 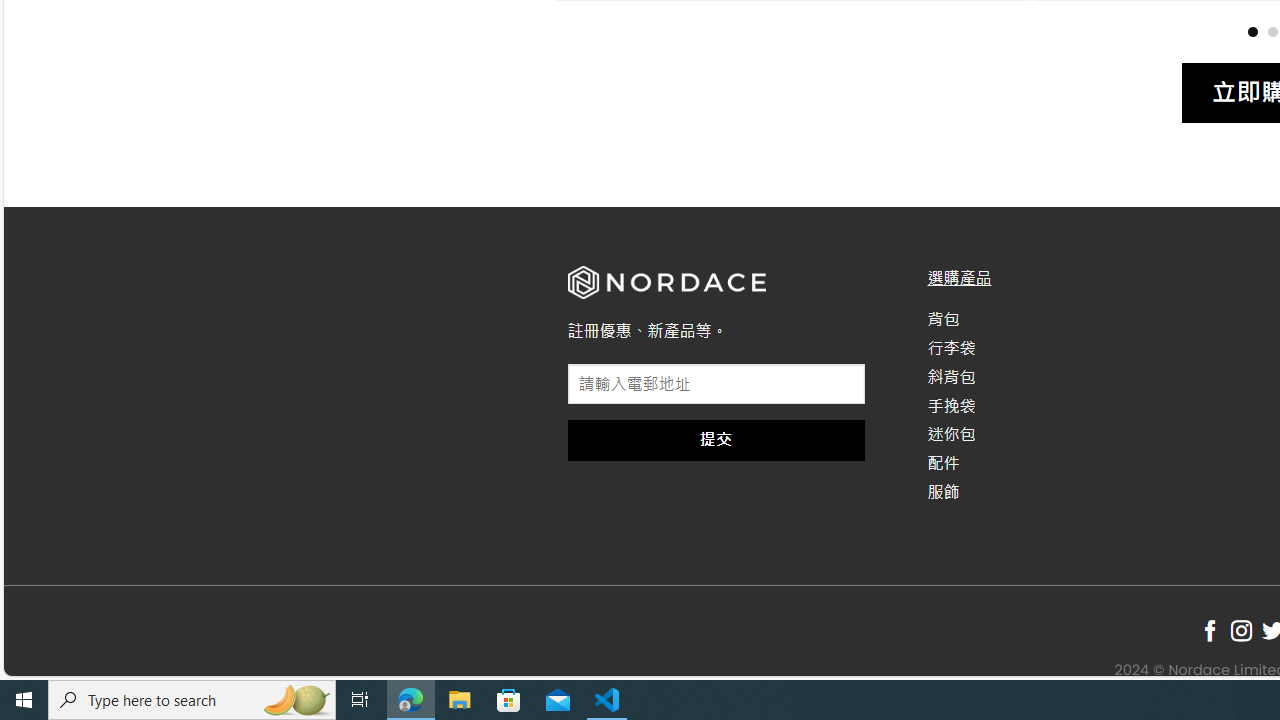 What do you see at coordinates (1240, 631) in the screenshot?
I see `'Follow on Instagram'` at bounding box center [1240, 631].